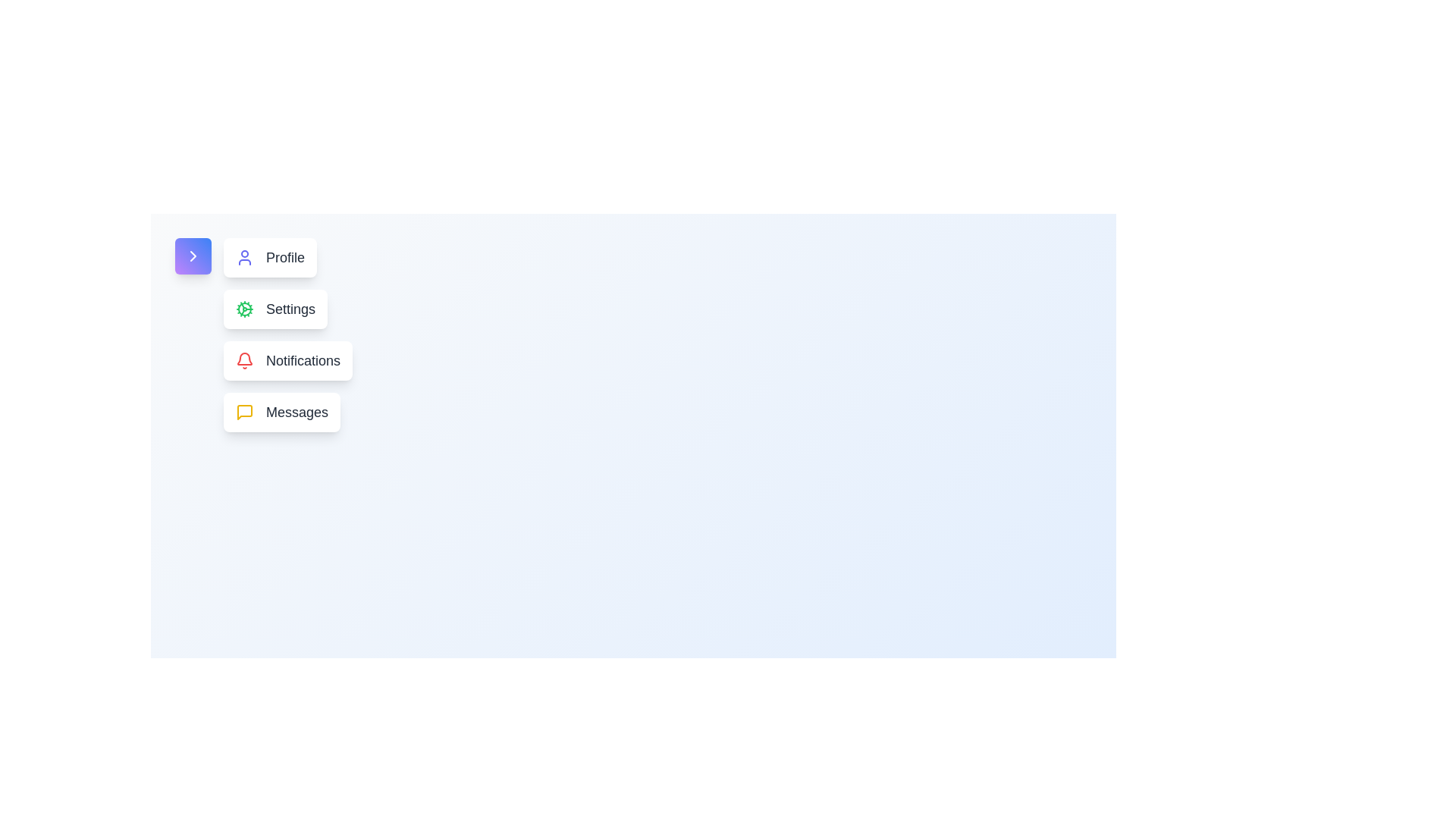 The width and height of the screenshot is (1456, 819). I want to click on the 'Profile' button to navigate to the profile section, so click(269, 256).